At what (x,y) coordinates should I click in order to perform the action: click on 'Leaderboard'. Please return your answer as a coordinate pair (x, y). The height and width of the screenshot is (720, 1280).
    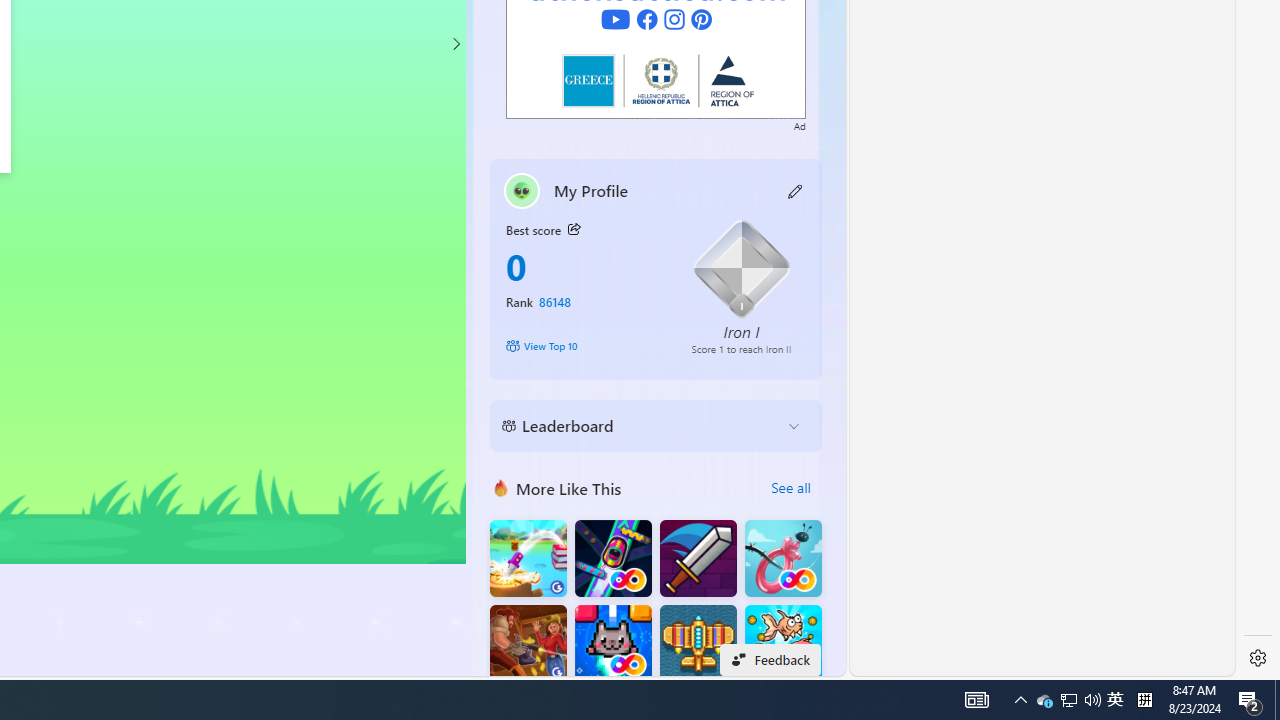
    Looking at the image, I should click on (640, 424).